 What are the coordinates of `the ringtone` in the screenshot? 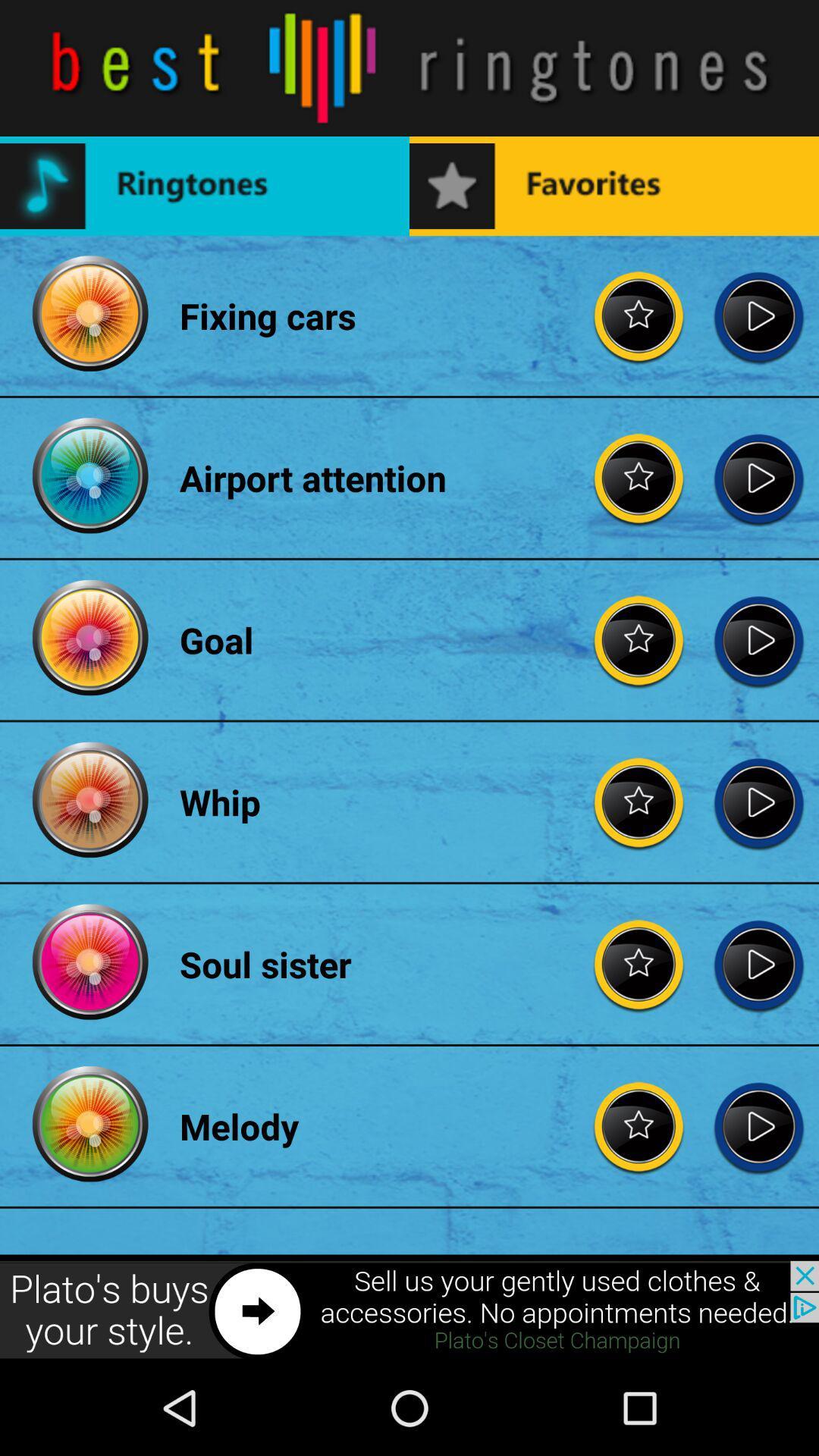 It's located at (758, 640).